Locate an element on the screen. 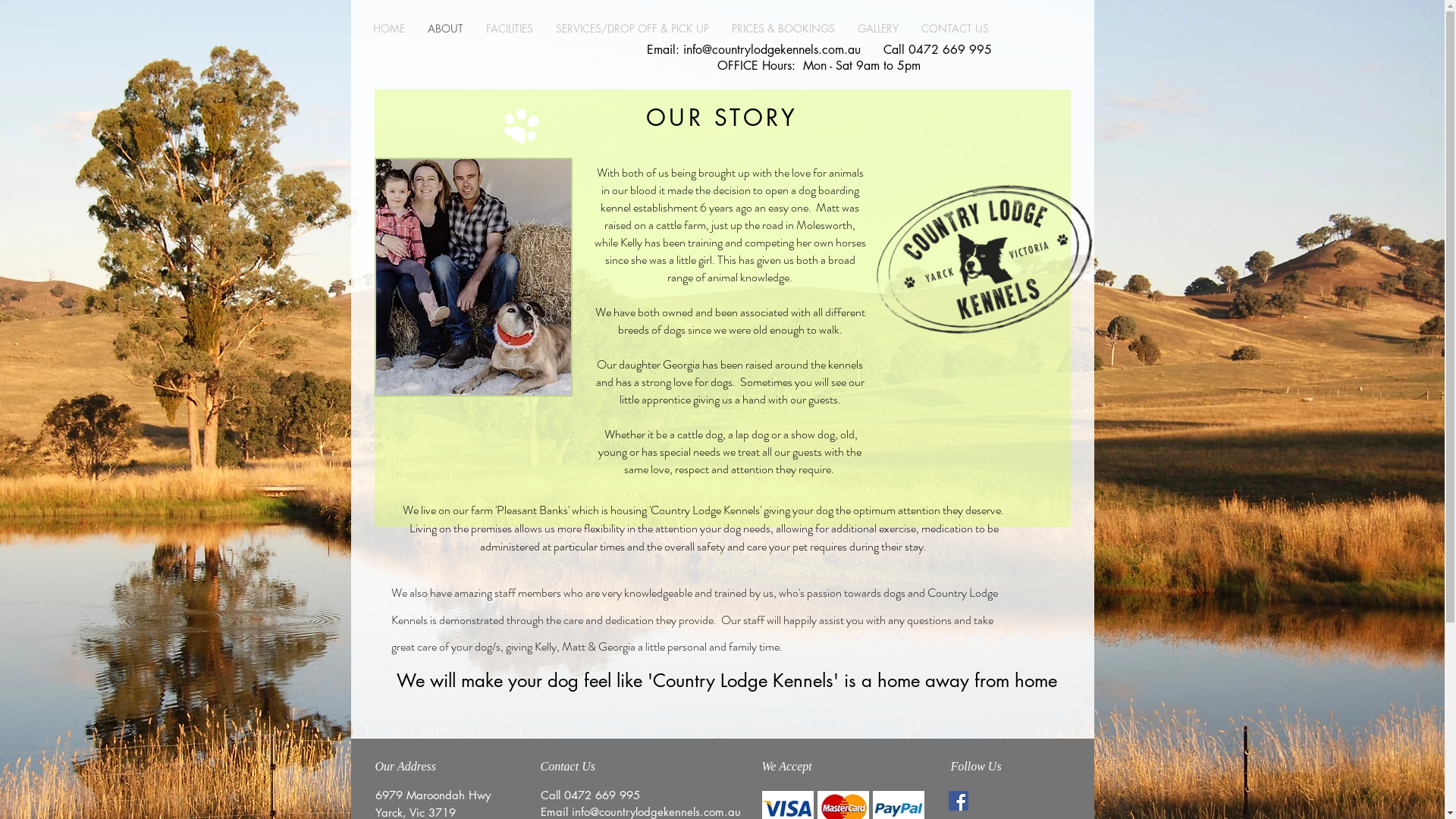  'HOME' is located at coordinates (389, 29).